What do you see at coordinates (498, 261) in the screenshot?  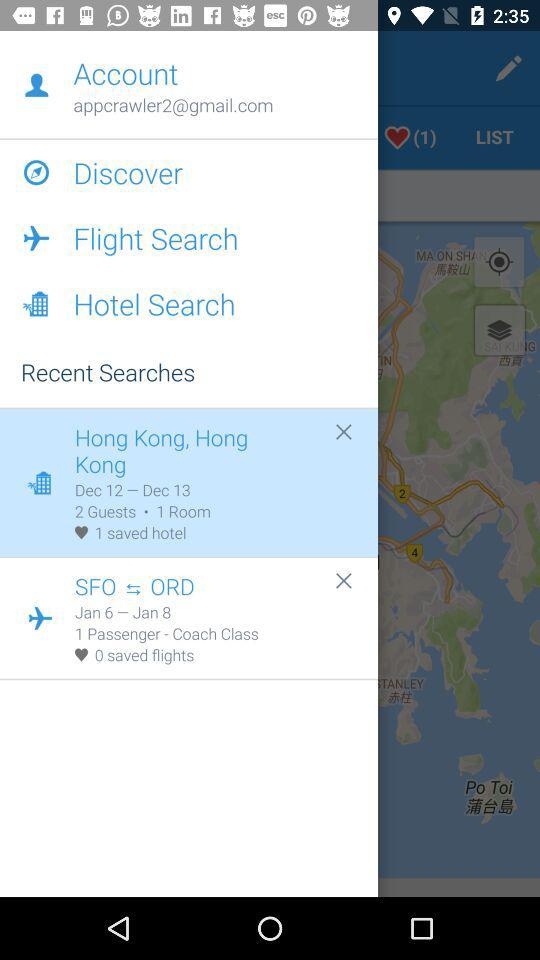 I see `the location_crosshair icon` at bounding box center [498, 261].